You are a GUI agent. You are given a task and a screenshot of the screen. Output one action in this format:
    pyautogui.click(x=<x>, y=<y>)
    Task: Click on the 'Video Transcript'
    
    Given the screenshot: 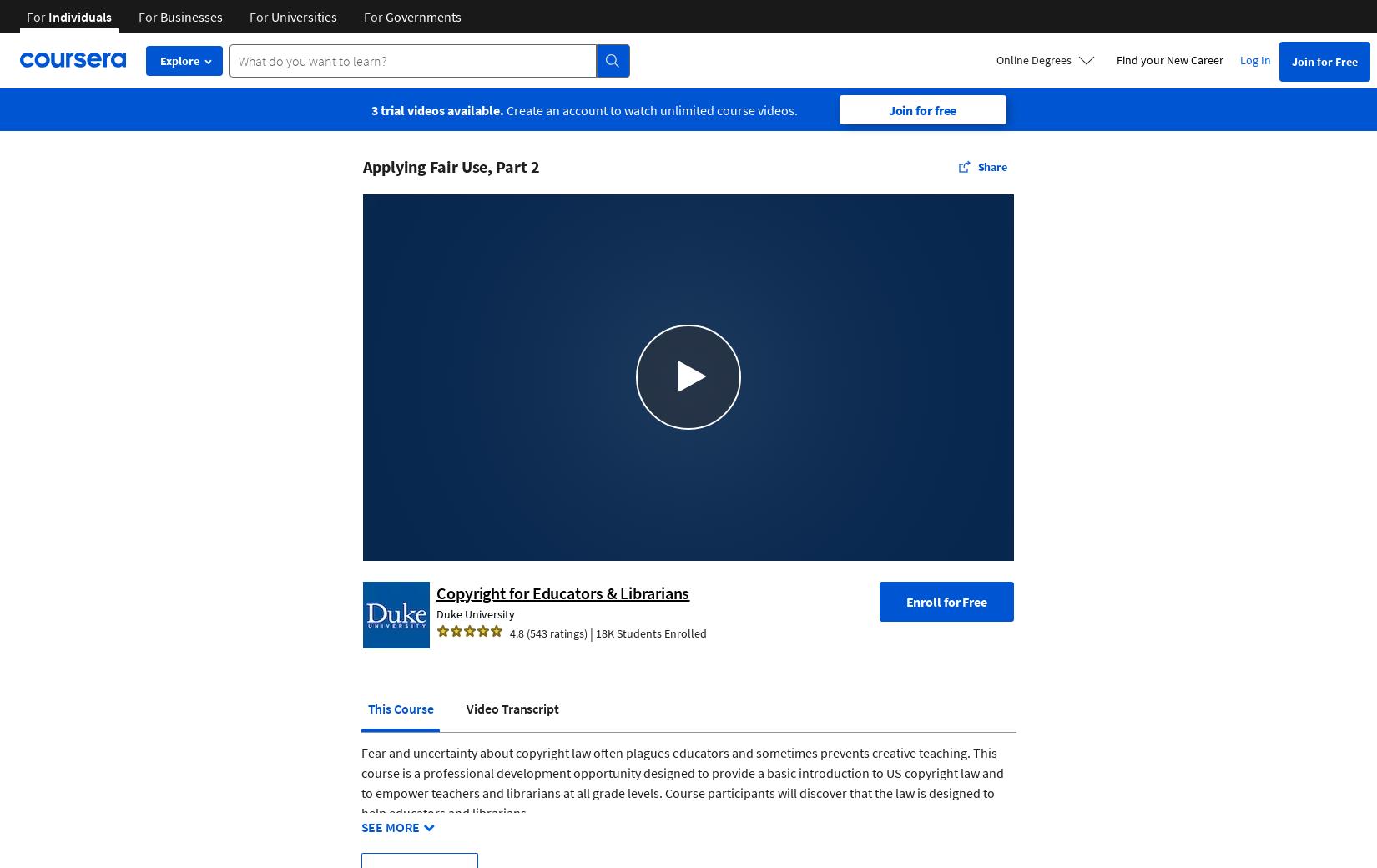 What is the action you would take?
    pyautogui.click(x=511, y=707)
    